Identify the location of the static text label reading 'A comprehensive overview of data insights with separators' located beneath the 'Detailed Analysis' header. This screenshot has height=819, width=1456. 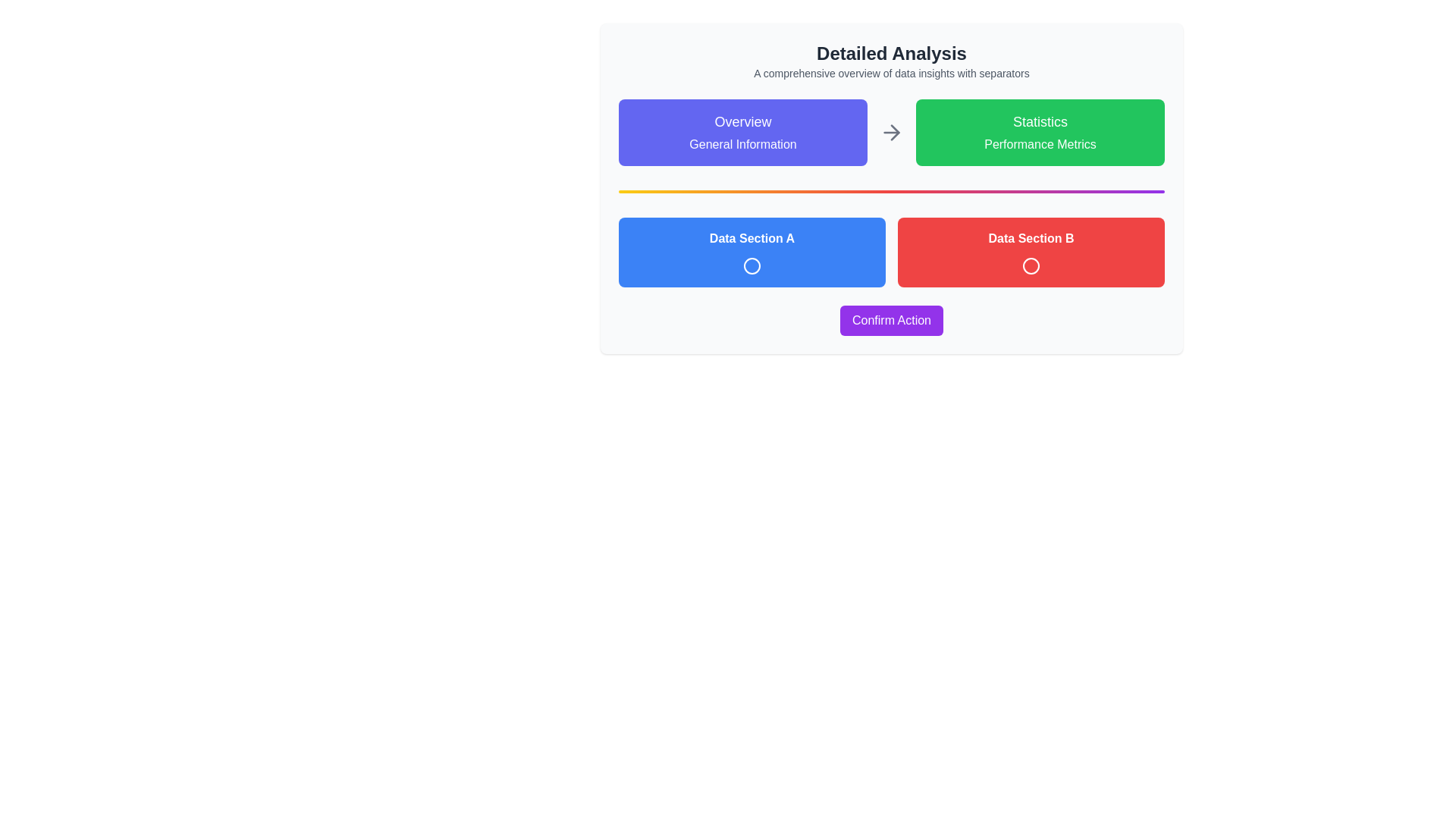
(892, 73).